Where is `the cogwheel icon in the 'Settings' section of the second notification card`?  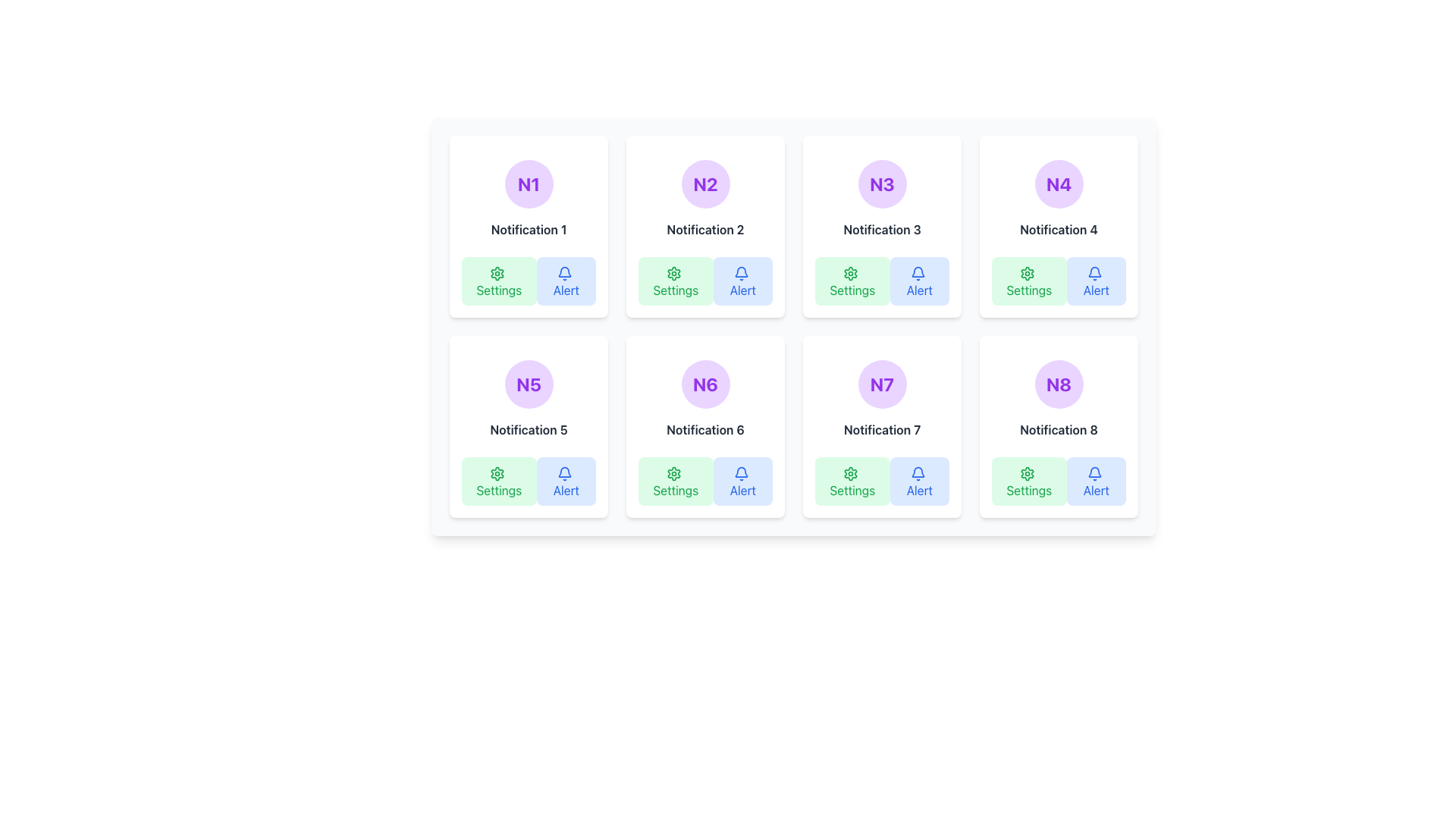 the cogwheel icon in the 'Settings' section of the second notification card is located at coordinates (673, 273).